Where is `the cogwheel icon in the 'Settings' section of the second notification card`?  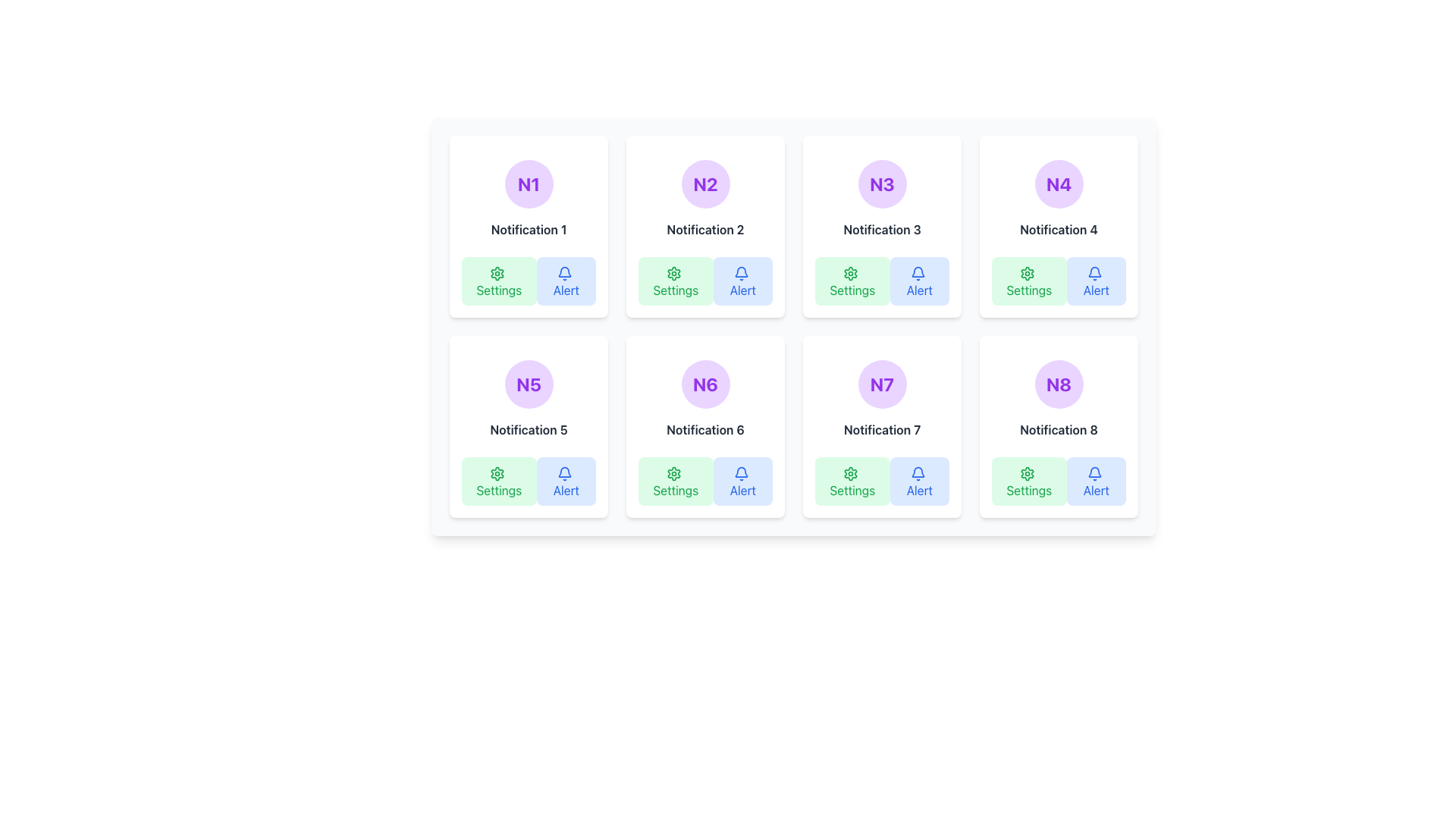 the cogwheel icon in the 'Settings' section of the second notification card is located at coordinates (673, 273).